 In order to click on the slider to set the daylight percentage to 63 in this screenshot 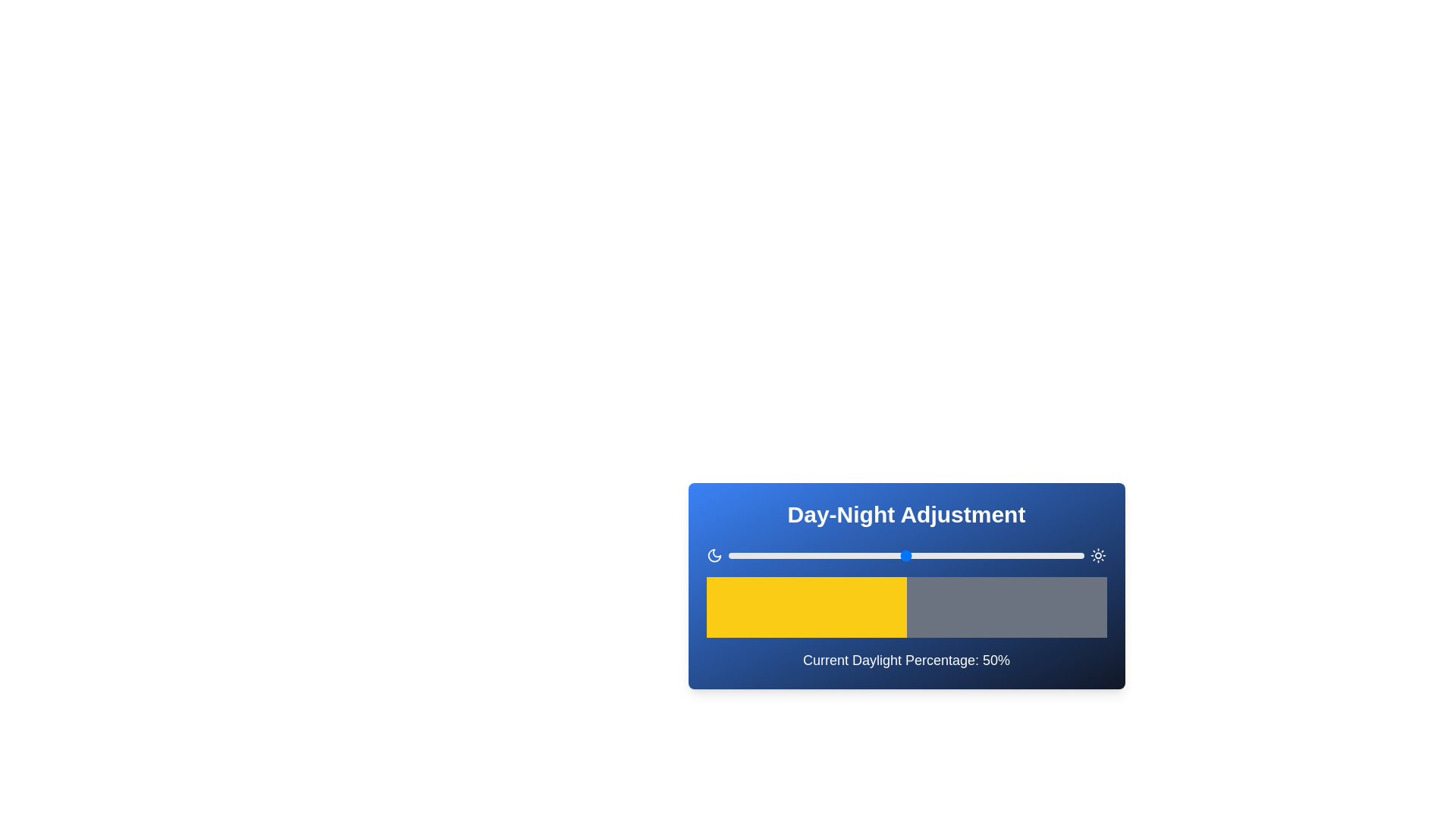, I will do `click(952, 555)`.